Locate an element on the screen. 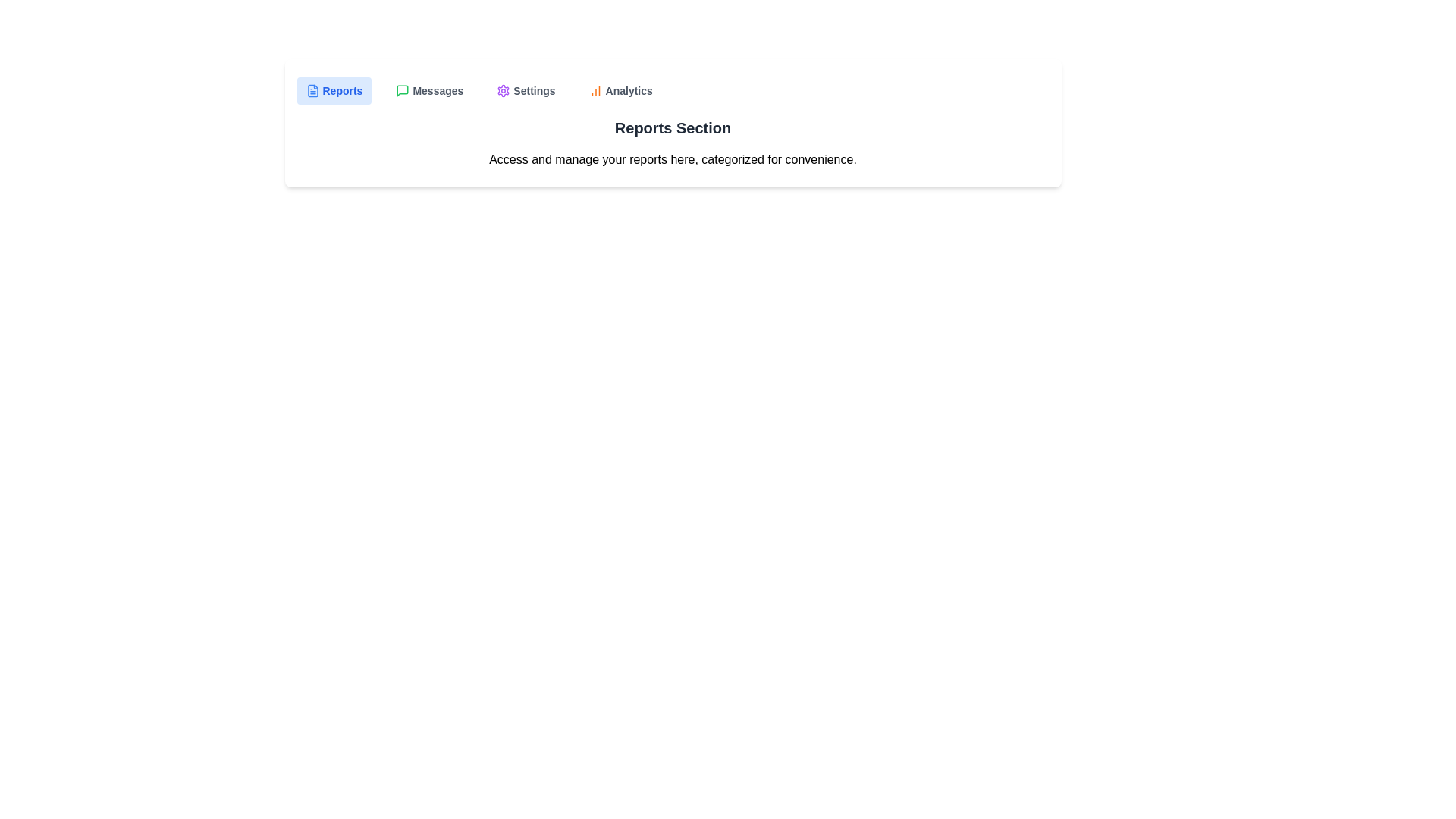 Image resolution: width=1456 pixels, height=819 pixels. the 'Reports' button with a blue background and white text in the horizontal menu bar to receive additional feedback is located at coordinates (334, 90).